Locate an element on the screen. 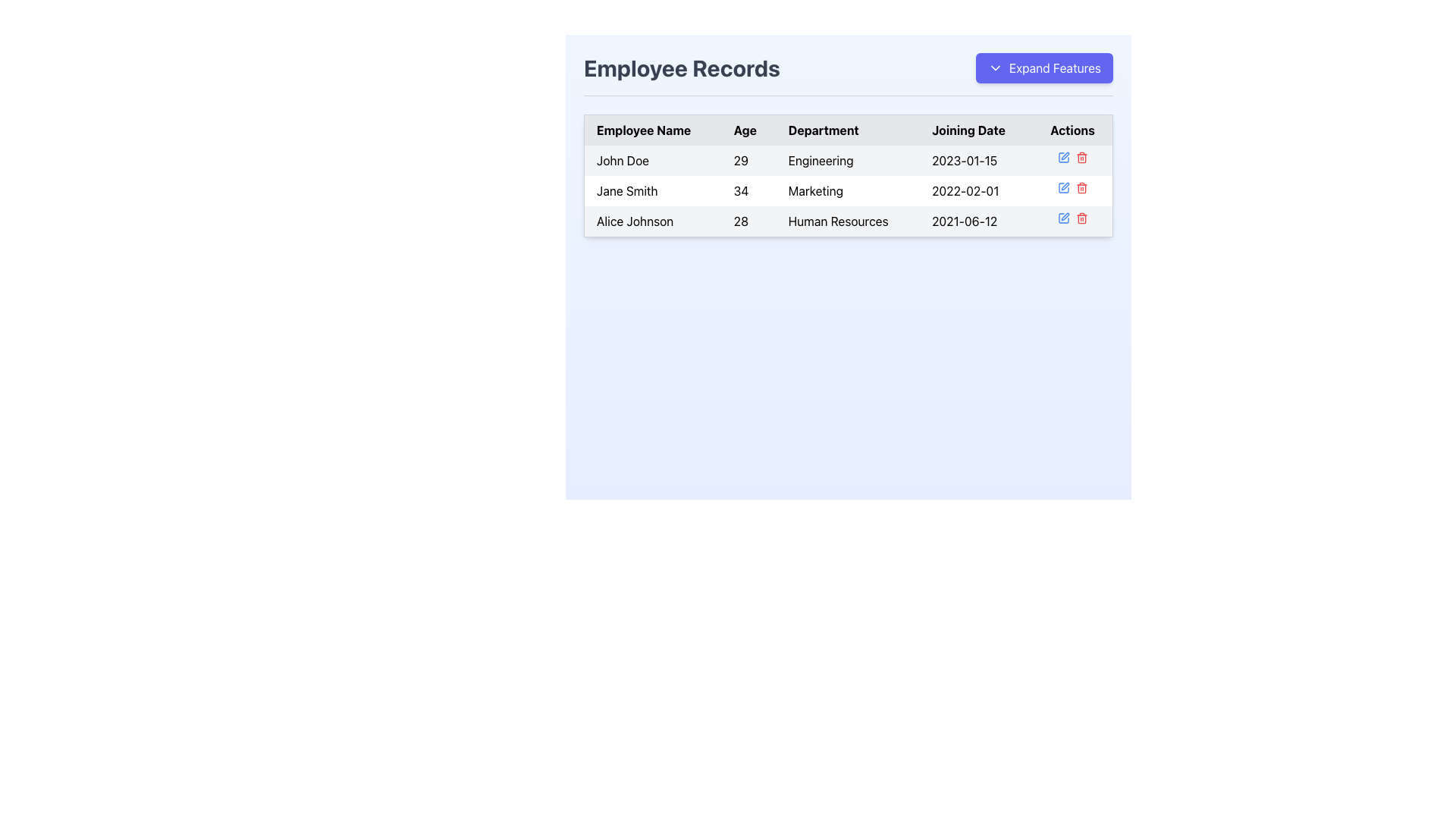 The image size is (1456, 819). the action panel for the 'Jane Smith' row in the employee records table, which contains interactive action icons for editing or deleting the record is located at coordinates (1072, 187).